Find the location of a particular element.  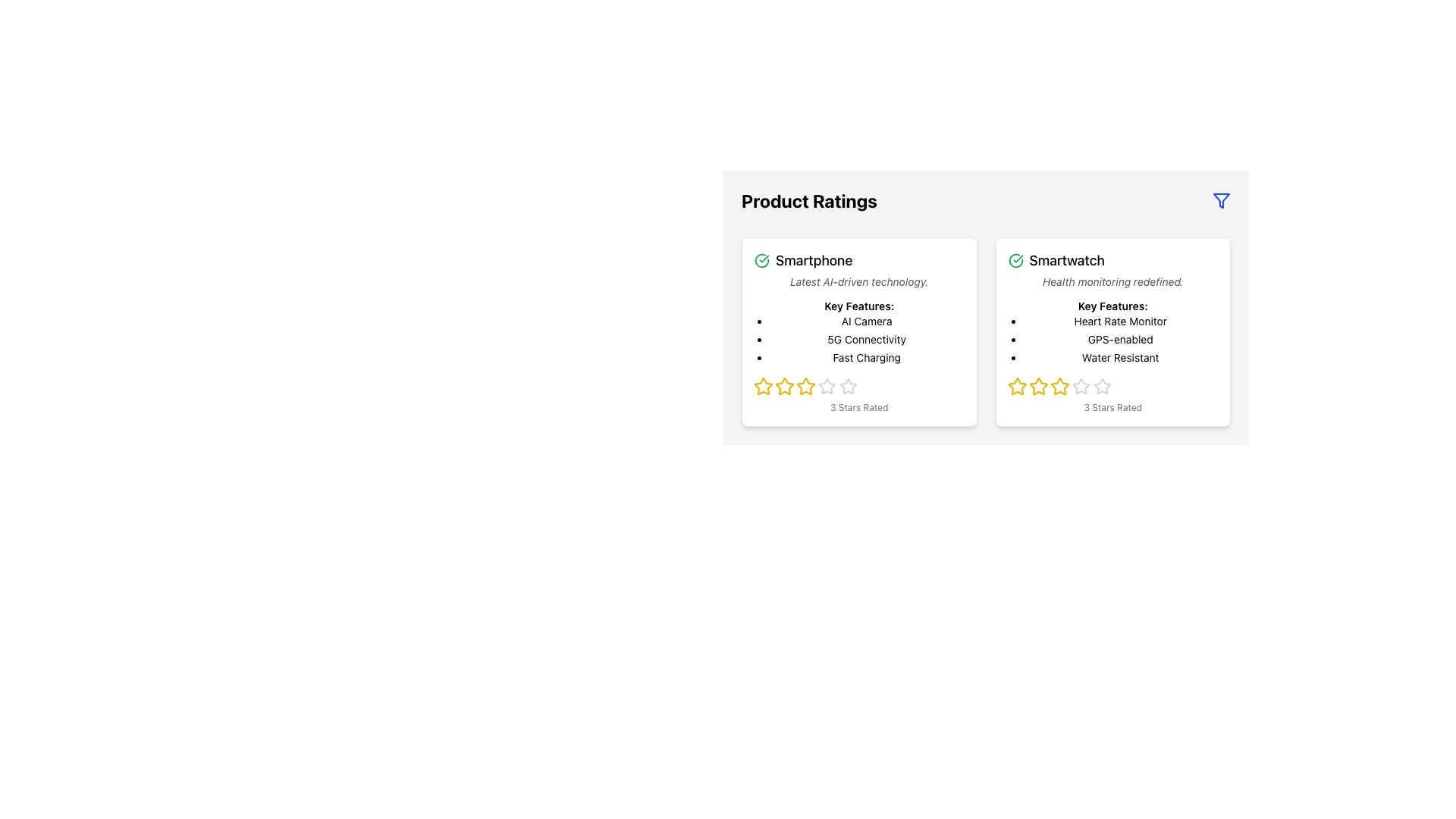

text item containing 'GPS-enabled' in the Key Features section of the Smartwatch card, which is the second item in the bullet-point list is located at coordinates (1120, 338).